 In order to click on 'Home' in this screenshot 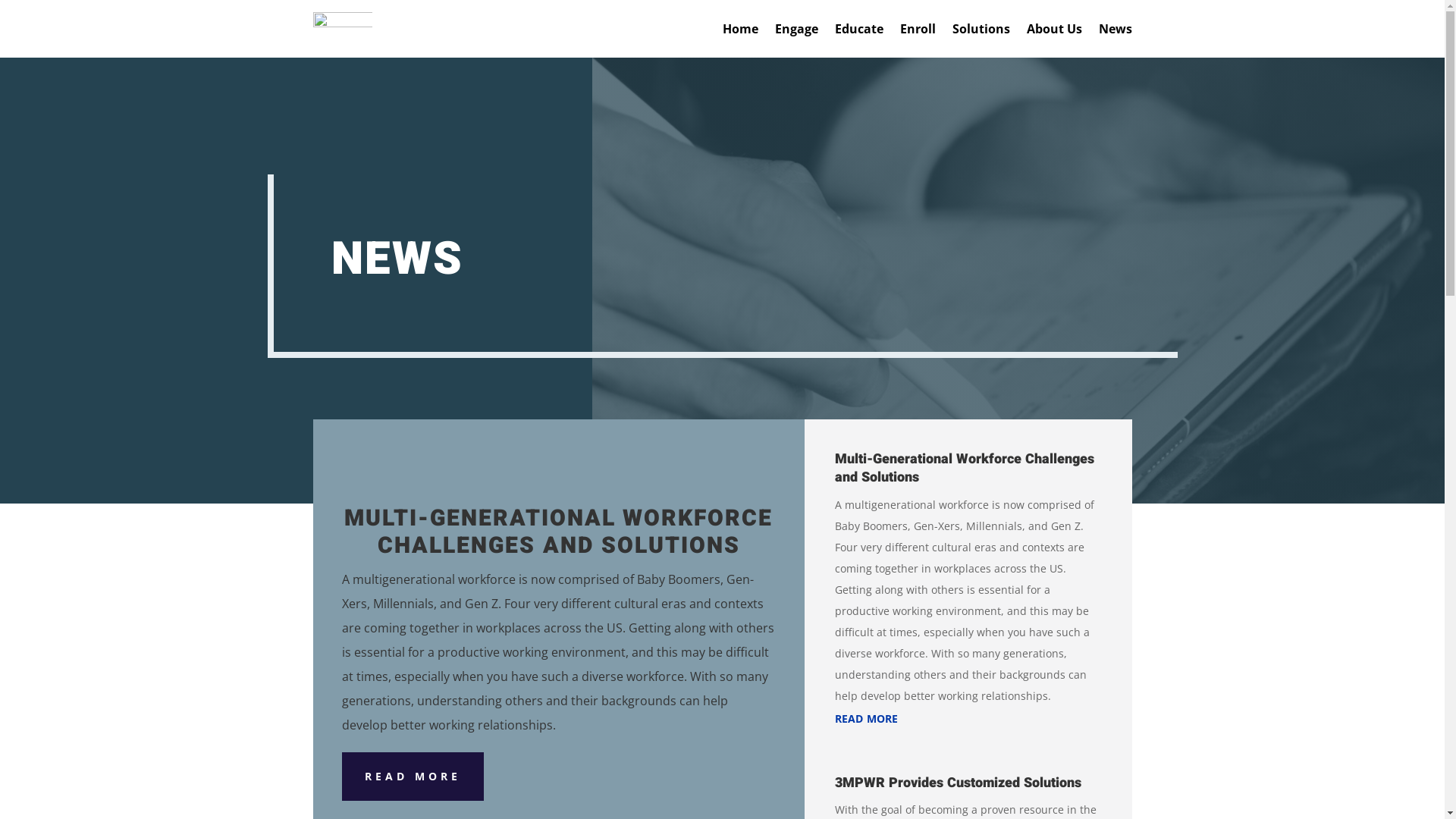, I will do `click(739, 29)`.